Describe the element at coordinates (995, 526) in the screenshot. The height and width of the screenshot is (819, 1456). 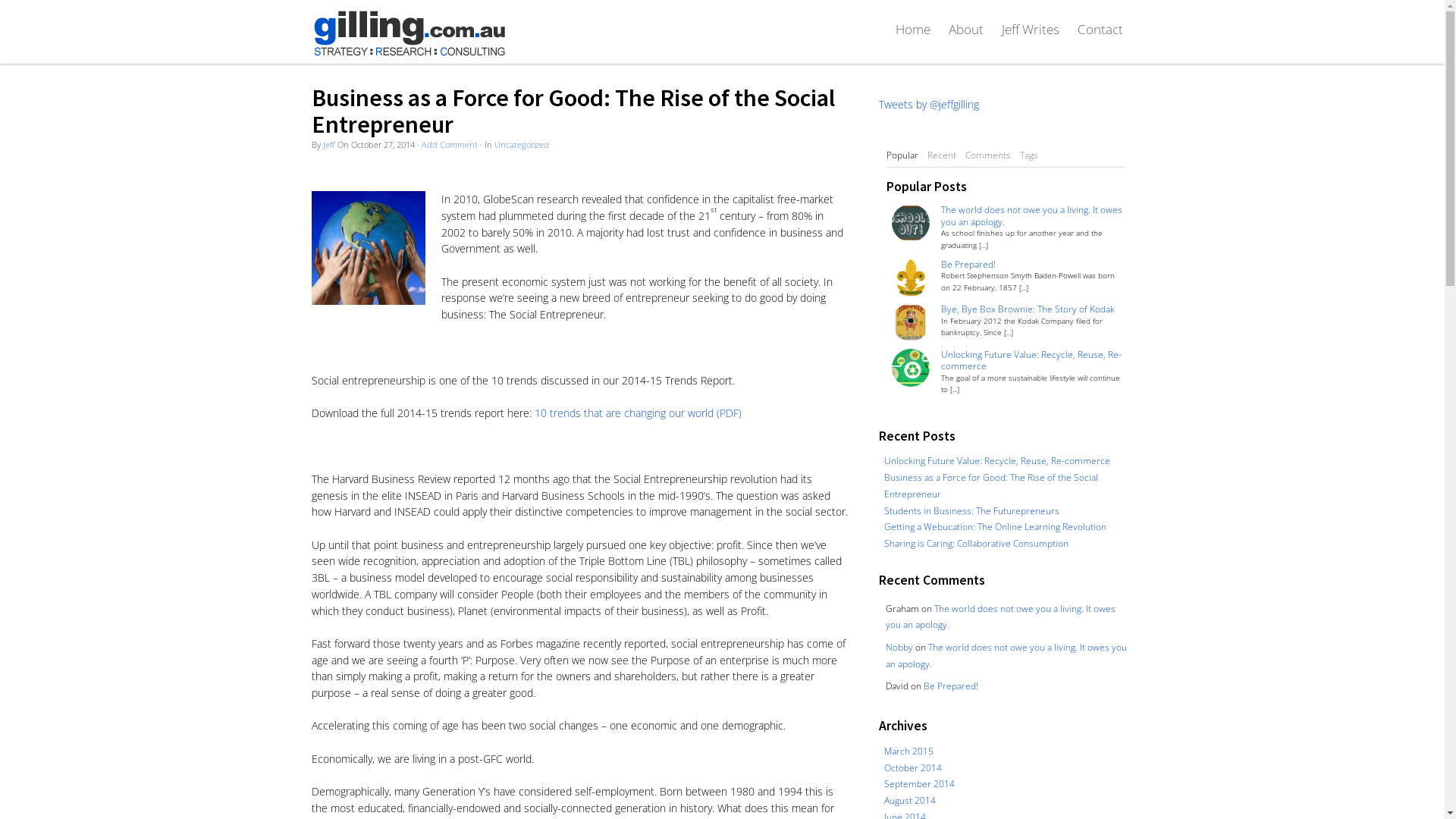
I see `'Getting a Webucation: The Online Learning Revolution'` at that location.